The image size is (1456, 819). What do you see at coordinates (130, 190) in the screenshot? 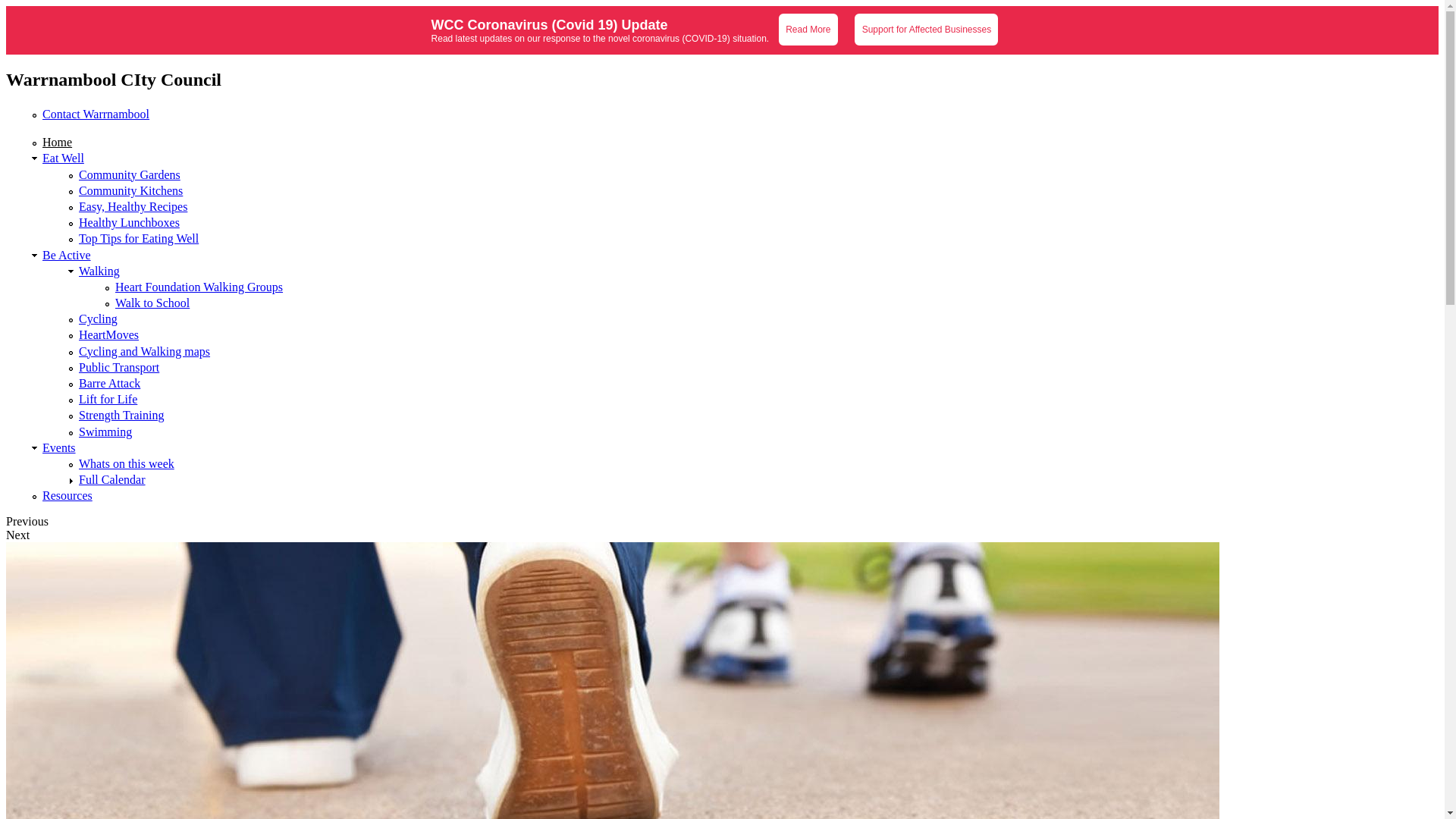
I see `'Community Kitchens'` at bounding box center [130, 190].